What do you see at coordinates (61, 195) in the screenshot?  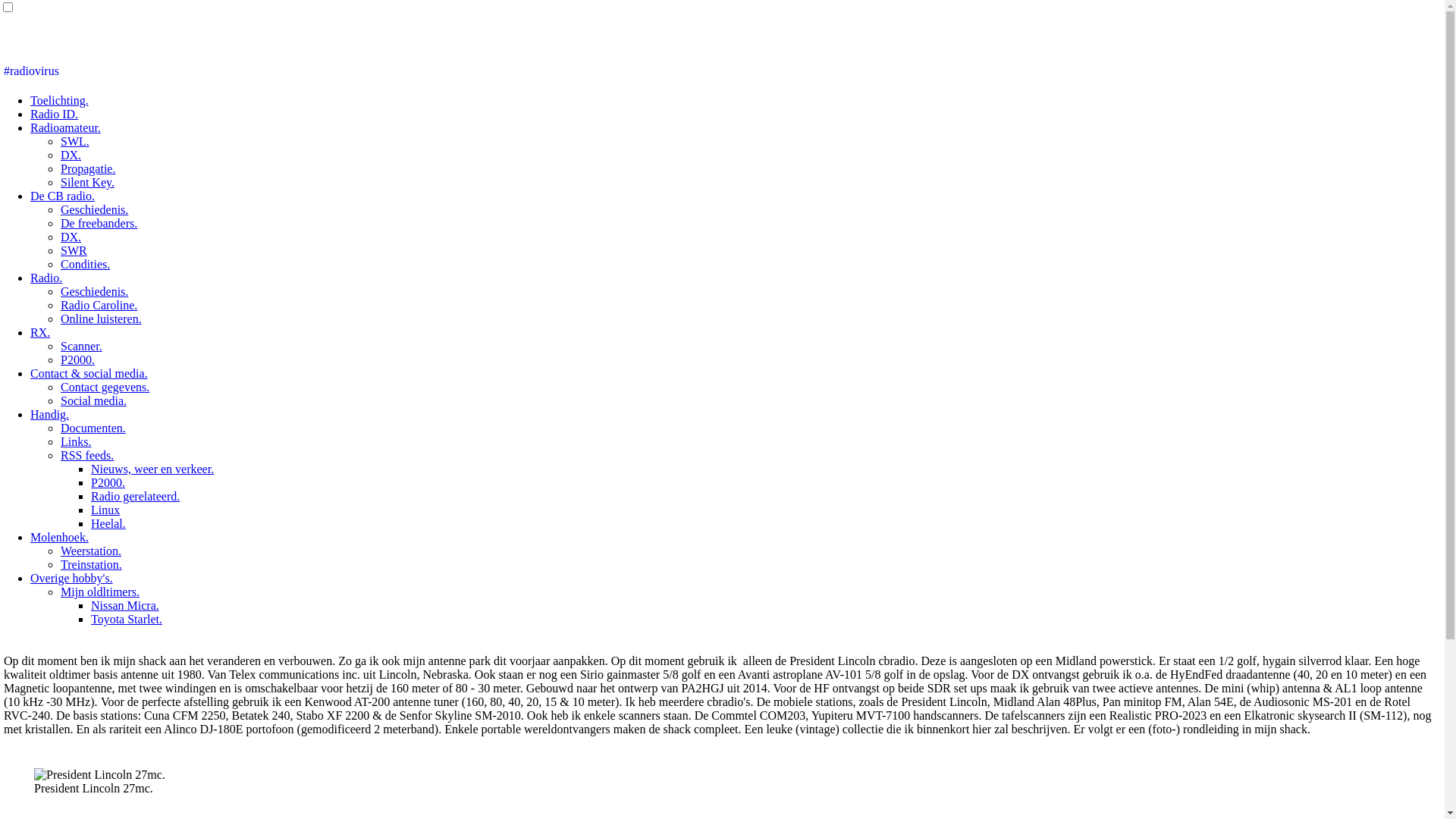 I see `'De CB radio.'` at bounding box center [61, 195].